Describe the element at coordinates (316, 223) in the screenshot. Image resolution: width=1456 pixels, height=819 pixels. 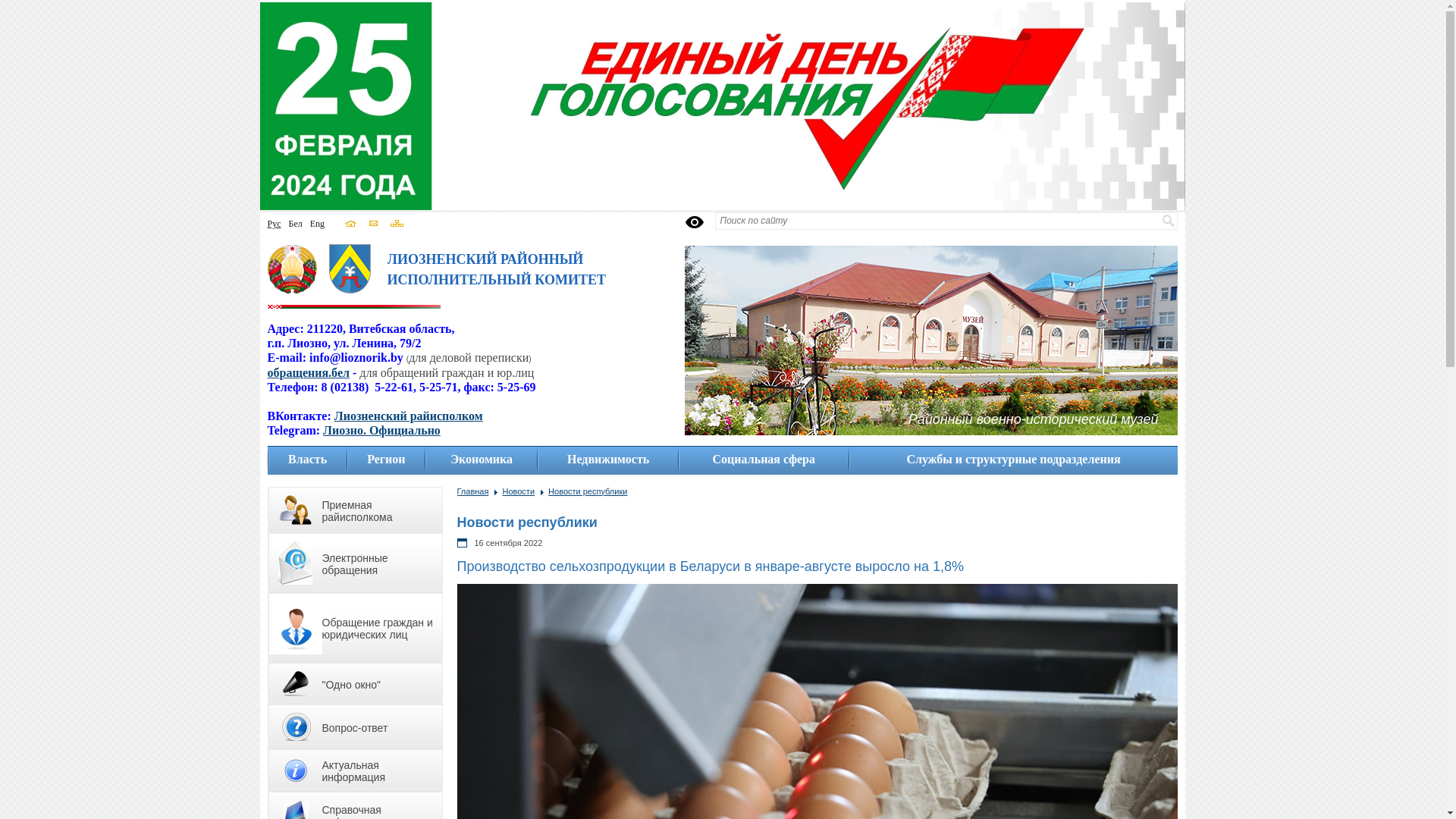
I see `'Eng'` at that location.